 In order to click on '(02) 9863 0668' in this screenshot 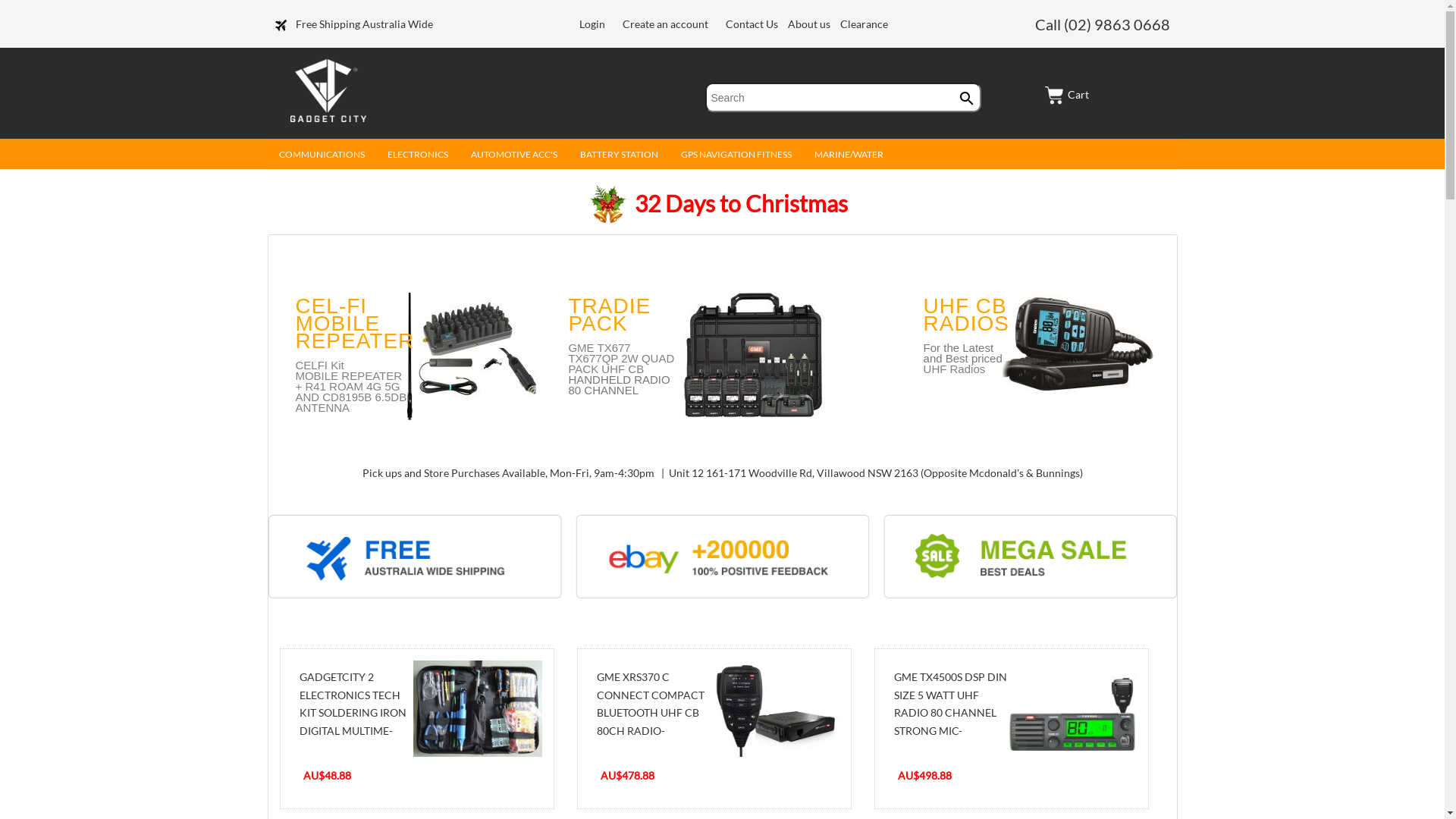, I will do `click(1116, 24)`.